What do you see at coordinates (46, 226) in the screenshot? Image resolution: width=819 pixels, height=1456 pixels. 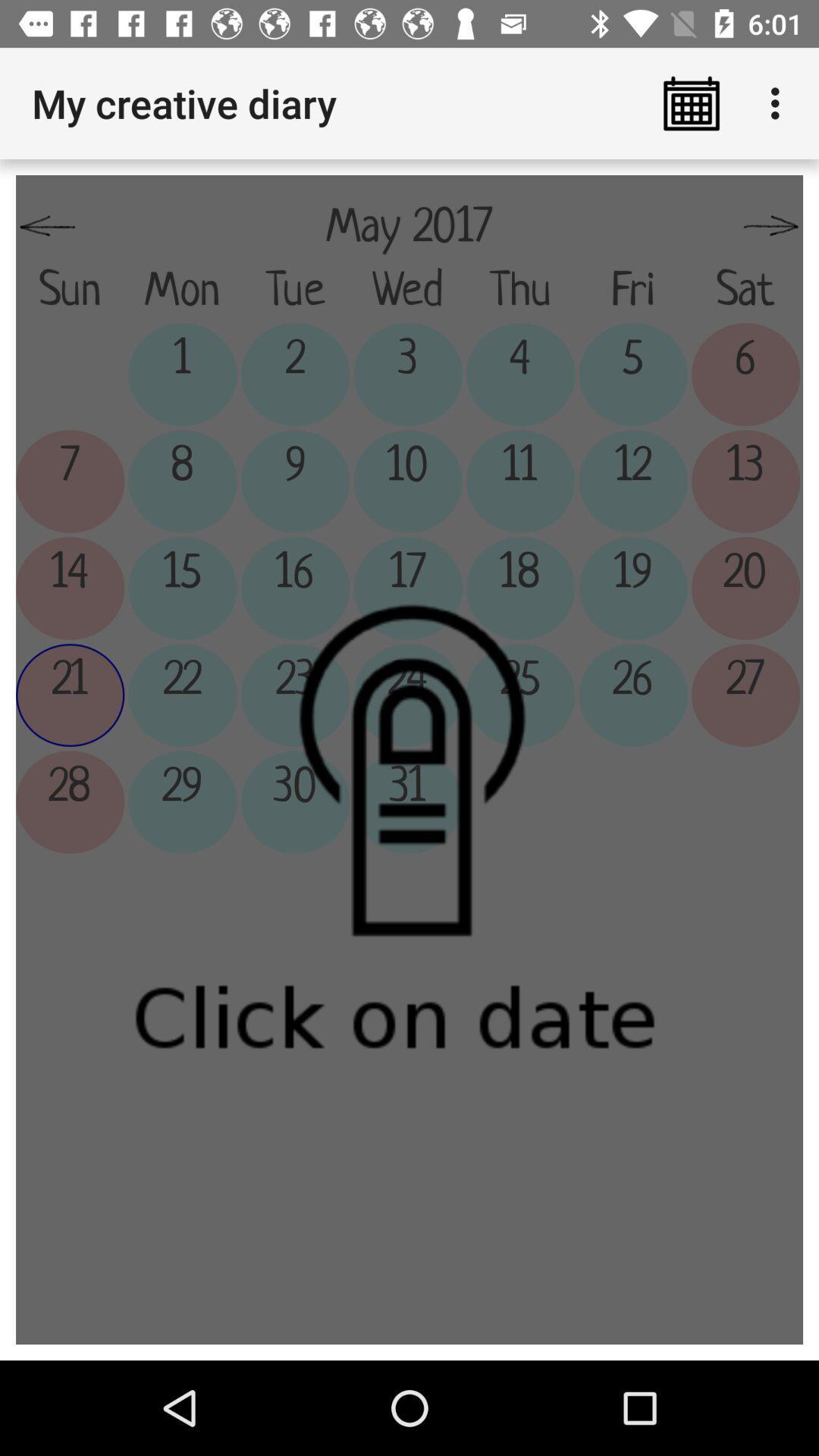 I see `the icon to the left of may 2017 item` at bounding box center [46, 226].